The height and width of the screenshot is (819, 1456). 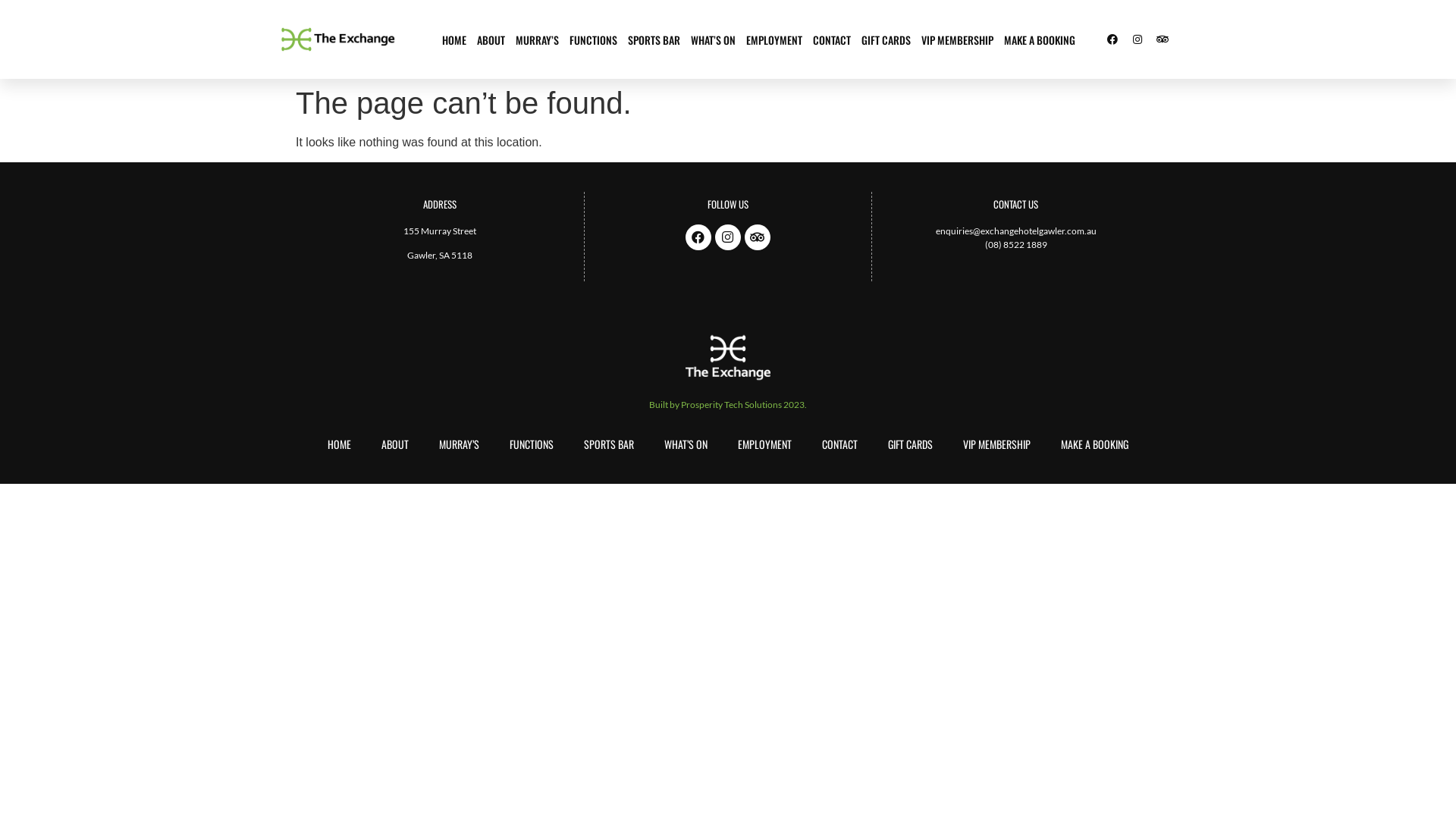 What do you see at coordinates (774, 39) in the screenshot?
I see `'EMPLOYMENT'` at bounding box center [774, 39].